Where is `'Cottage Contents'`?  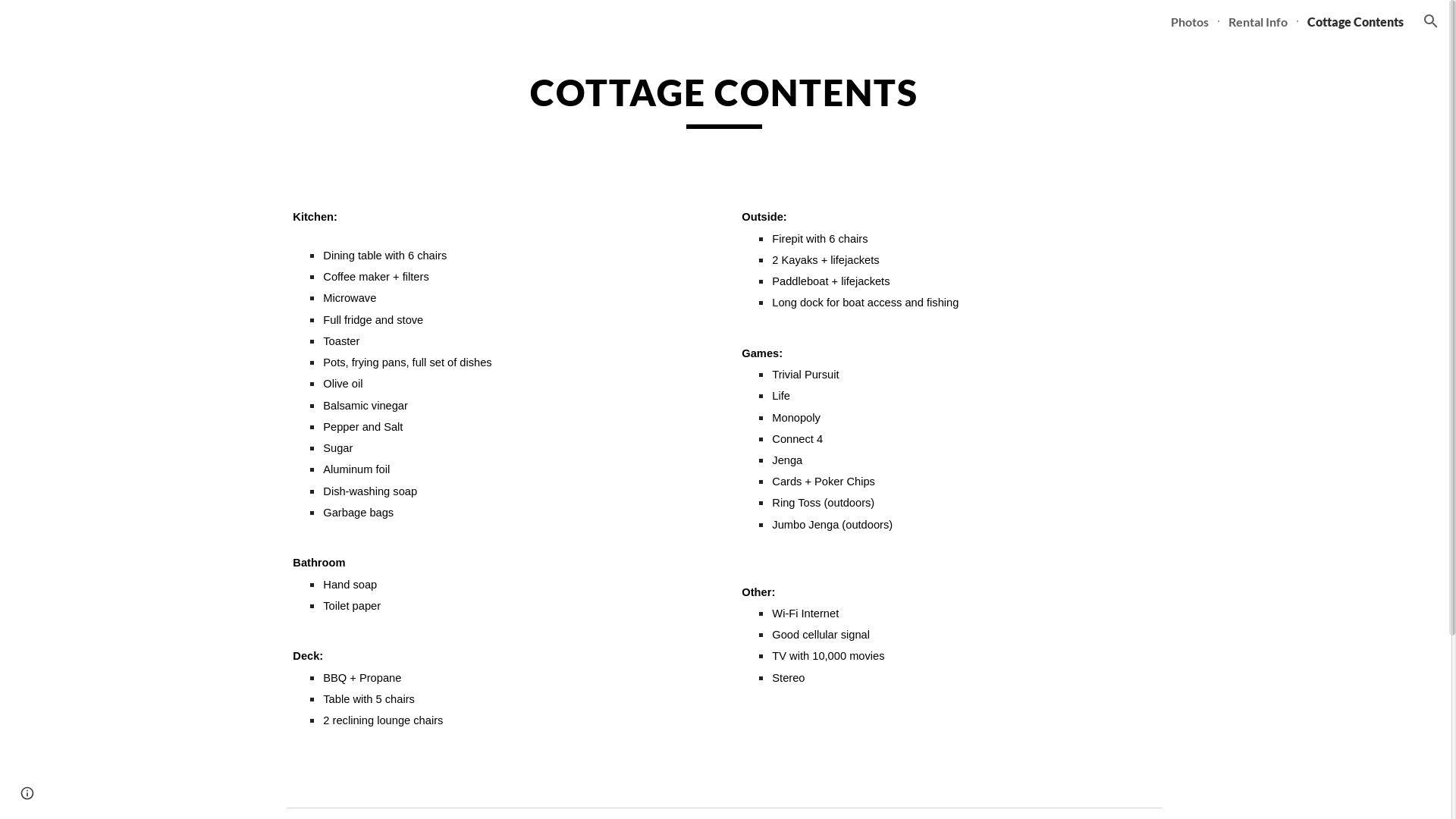 'Cottage Contents' is located at coordinates (1306, 20).